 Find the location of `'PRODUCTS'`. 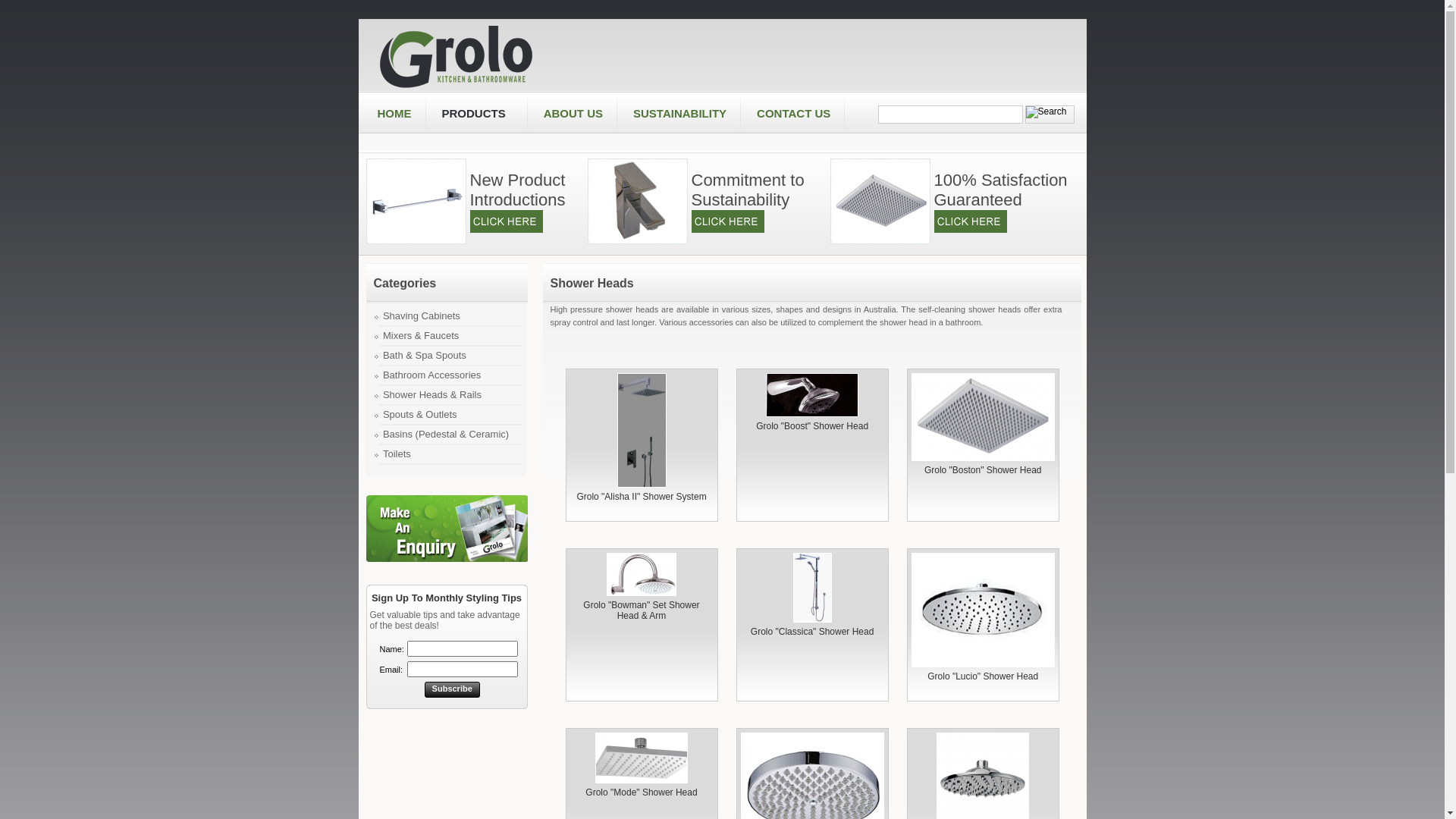

'PRODUCTS' is located at coordinates (475, 113).